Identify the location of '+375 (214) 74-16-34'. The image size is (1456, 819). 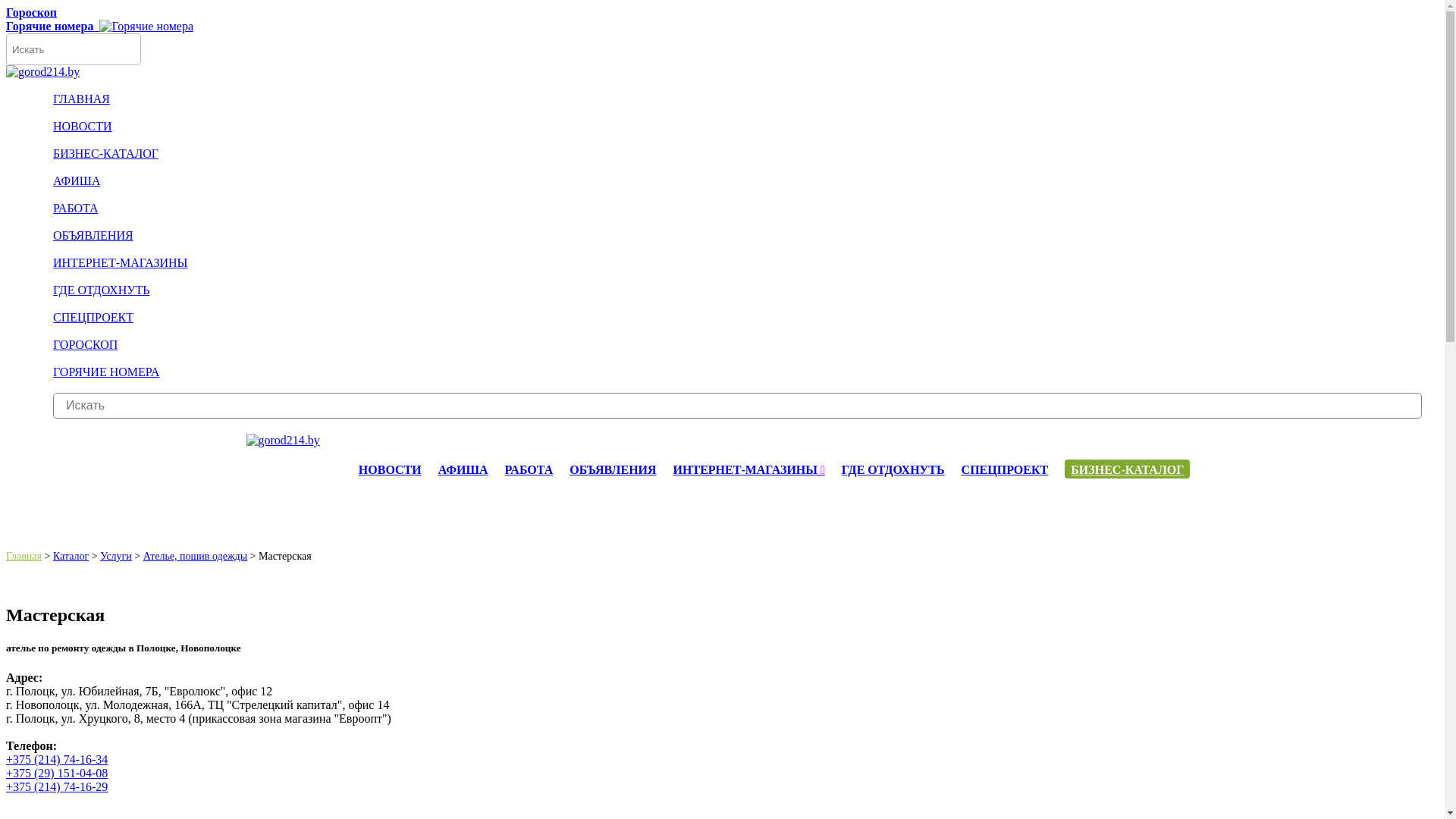
(57, 759).